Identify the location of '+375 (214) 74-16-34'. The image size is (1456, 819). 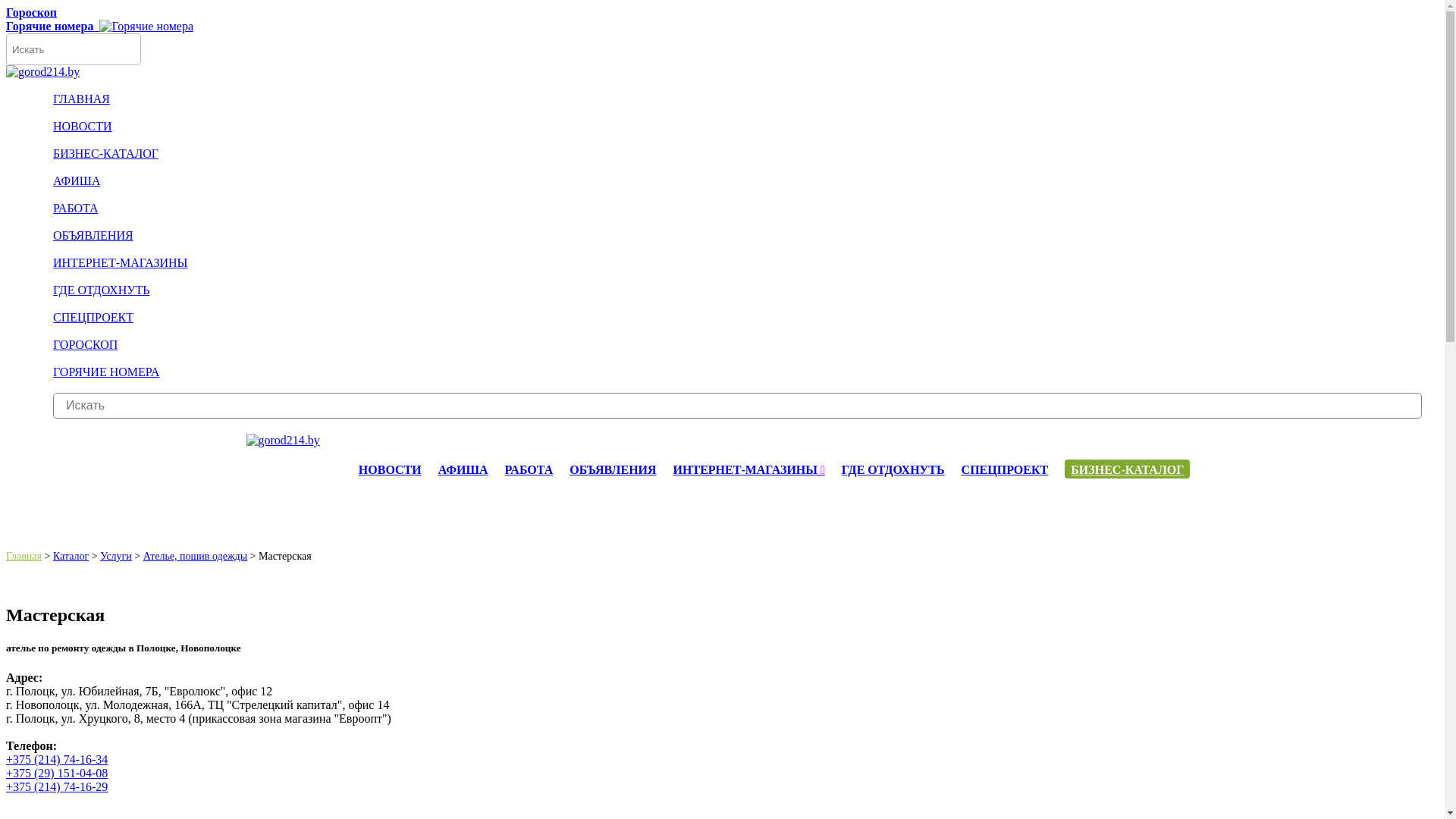
(57, 759).